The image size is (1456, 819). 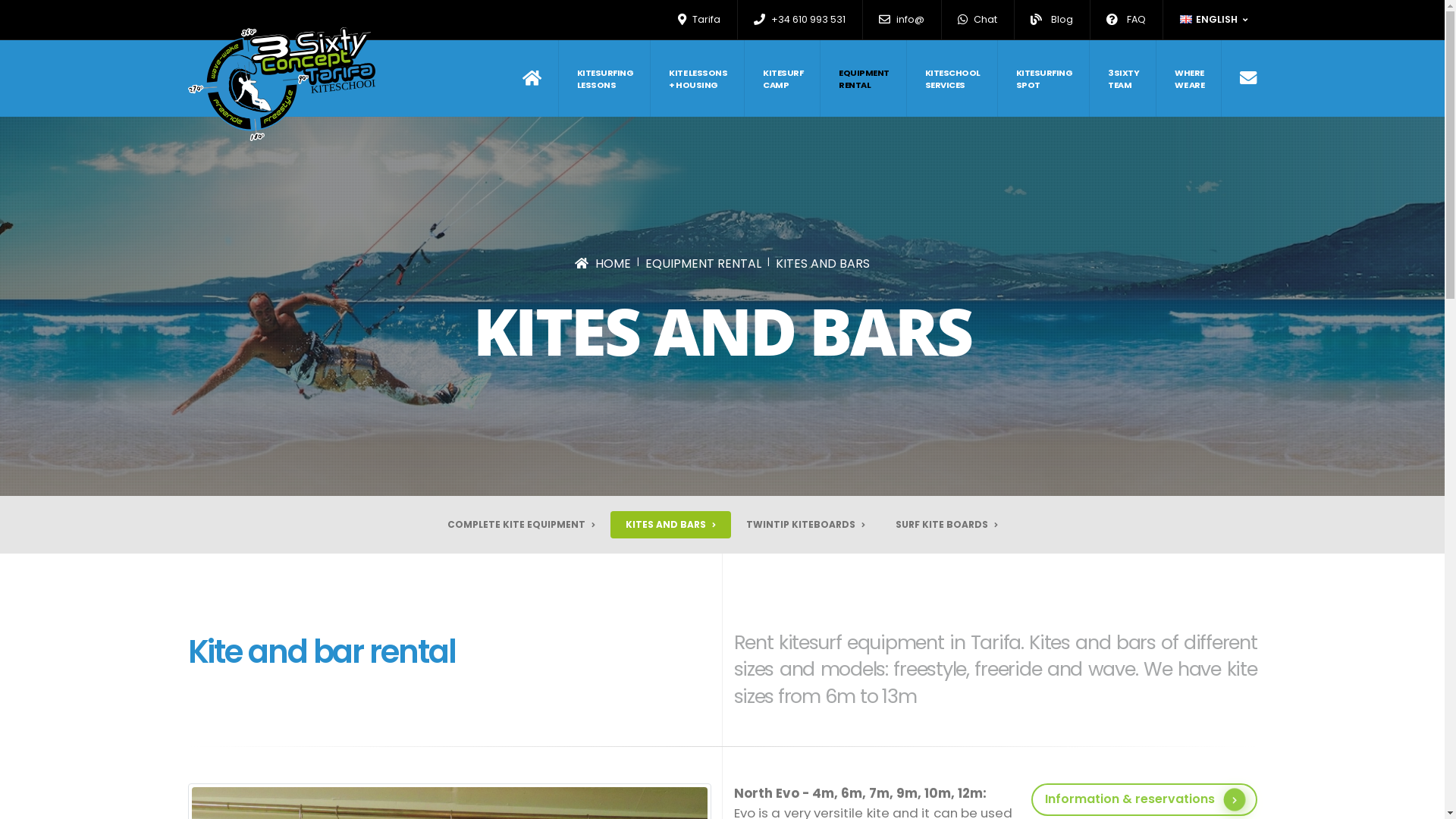 I want to click on 'Tarifa', so click(x=698, y=20).